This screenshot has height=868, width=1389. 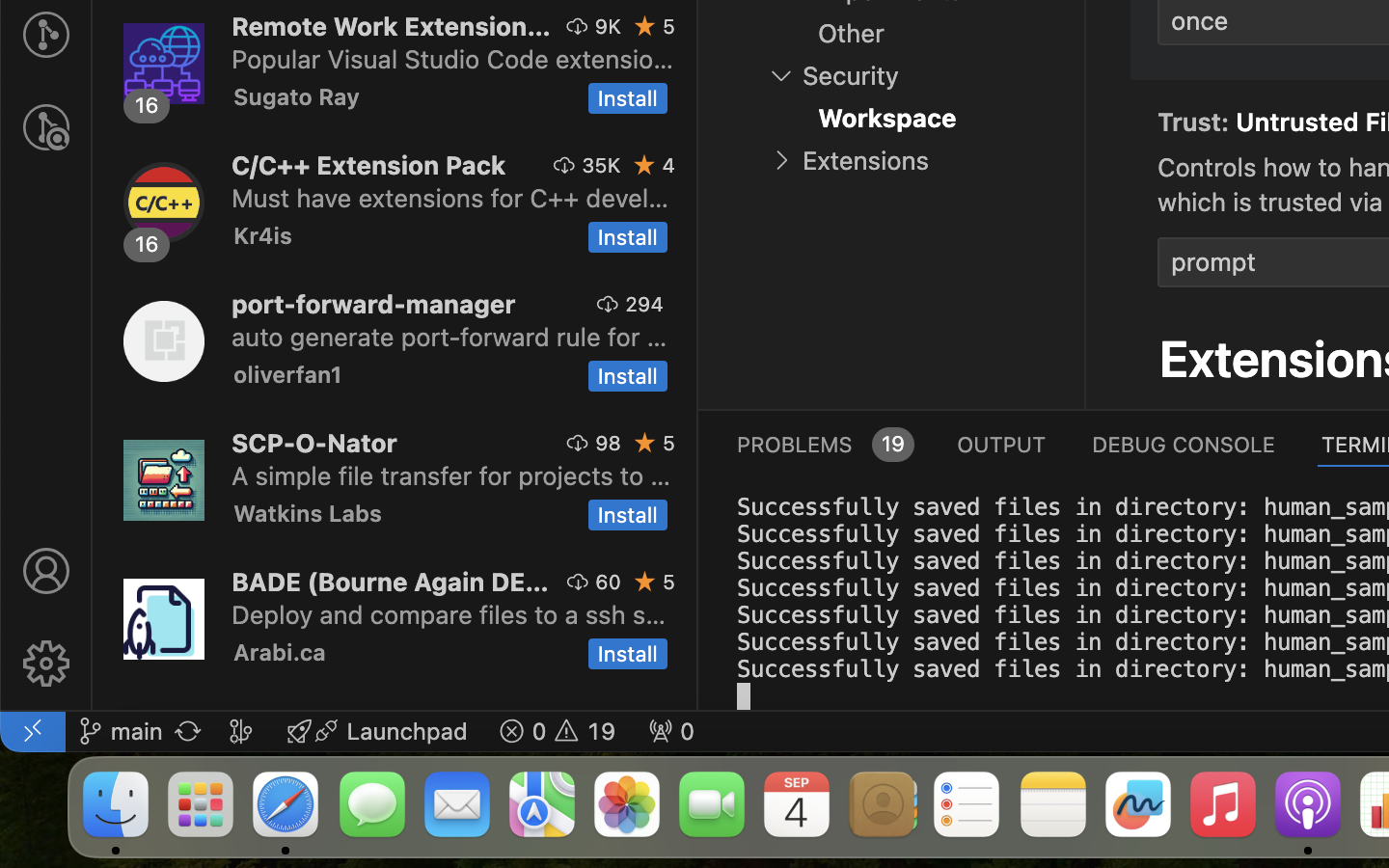 I want to click on 'Deploy and compare files to a ssh server', so click(x=449, y=614).